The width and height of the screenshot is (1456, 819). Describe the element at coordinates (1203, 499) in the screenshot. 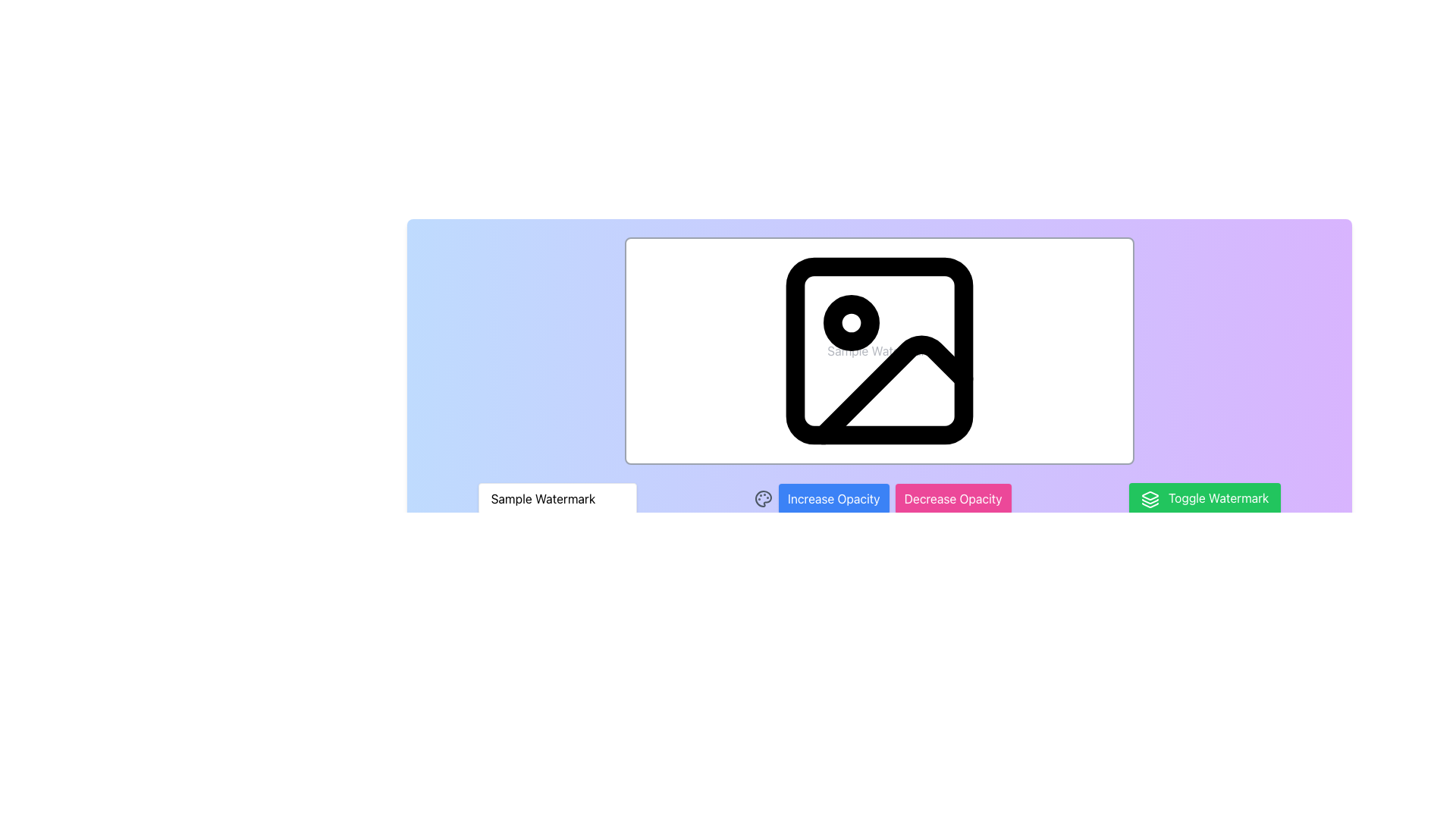

I see `the 'Toggle Watermark' button, which is a green rectangular button with rounded corners located at the bottom right of the row of buttons` at that location.